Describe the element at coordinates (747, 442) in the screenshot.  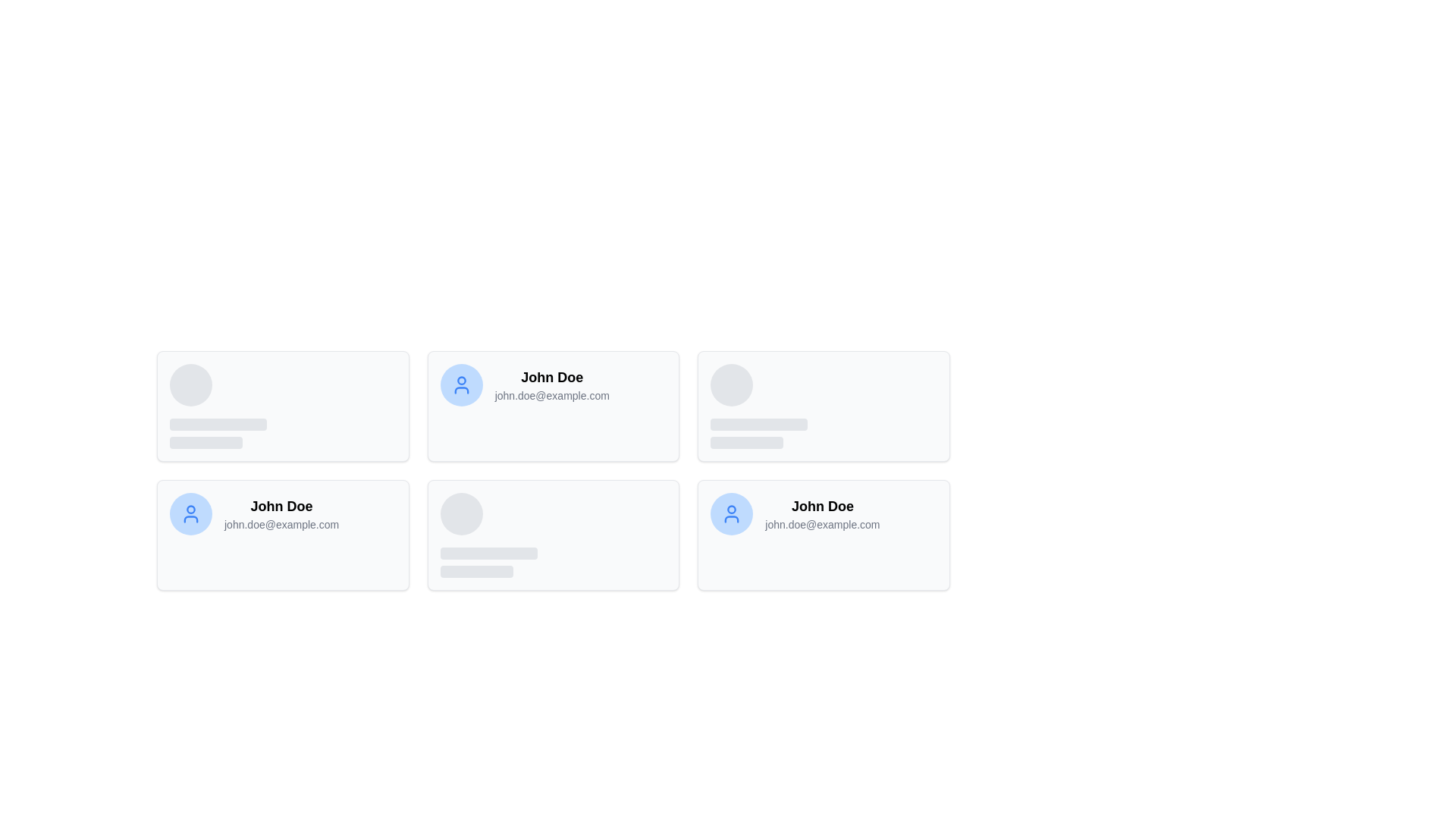
I see `the visual loading states of the Placeholder bar located within the card on the right side of the grid, which signifies content loading` at that location.